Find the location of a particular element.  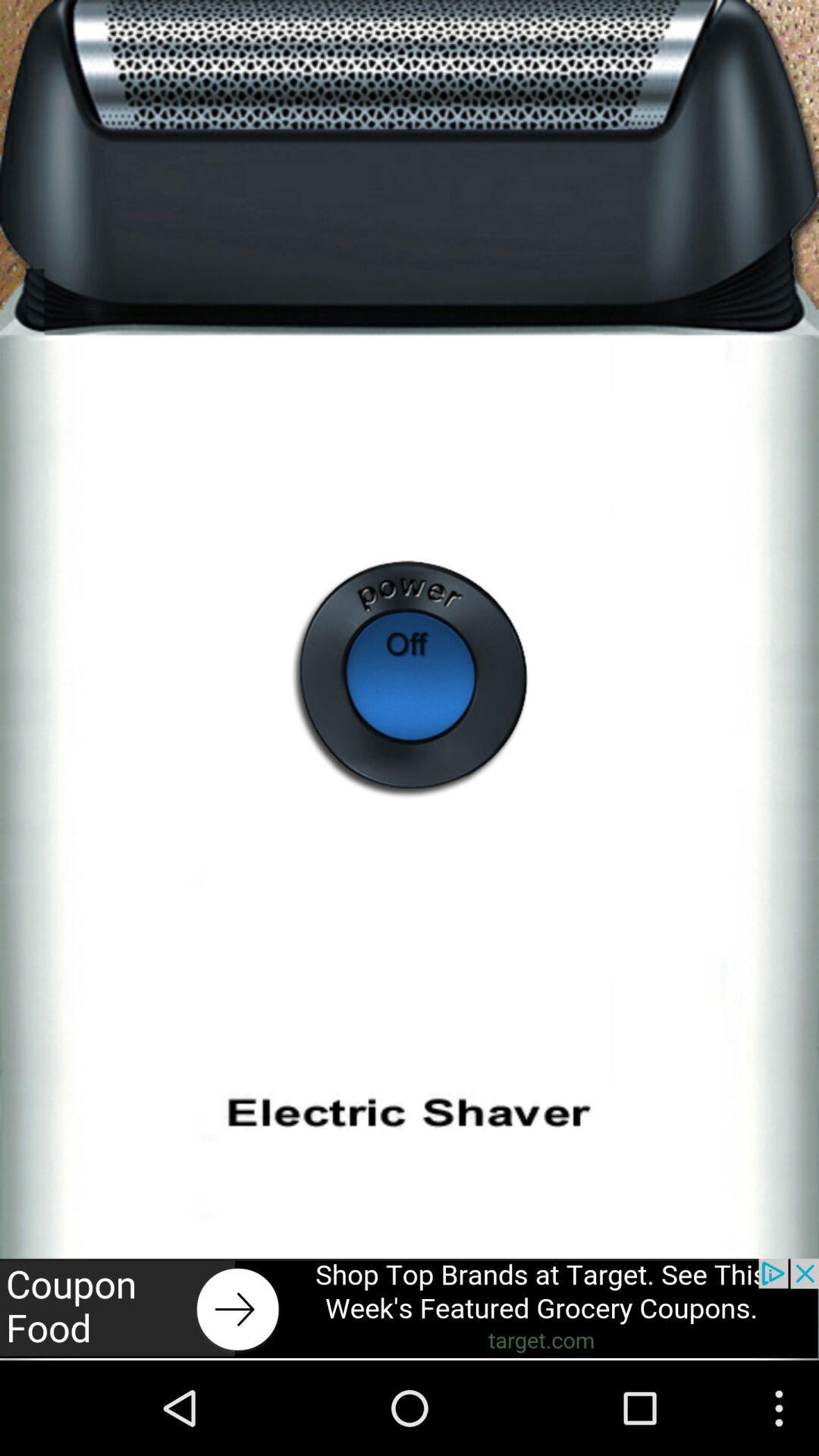

open advertisement is located at coordinates (409, 1307).